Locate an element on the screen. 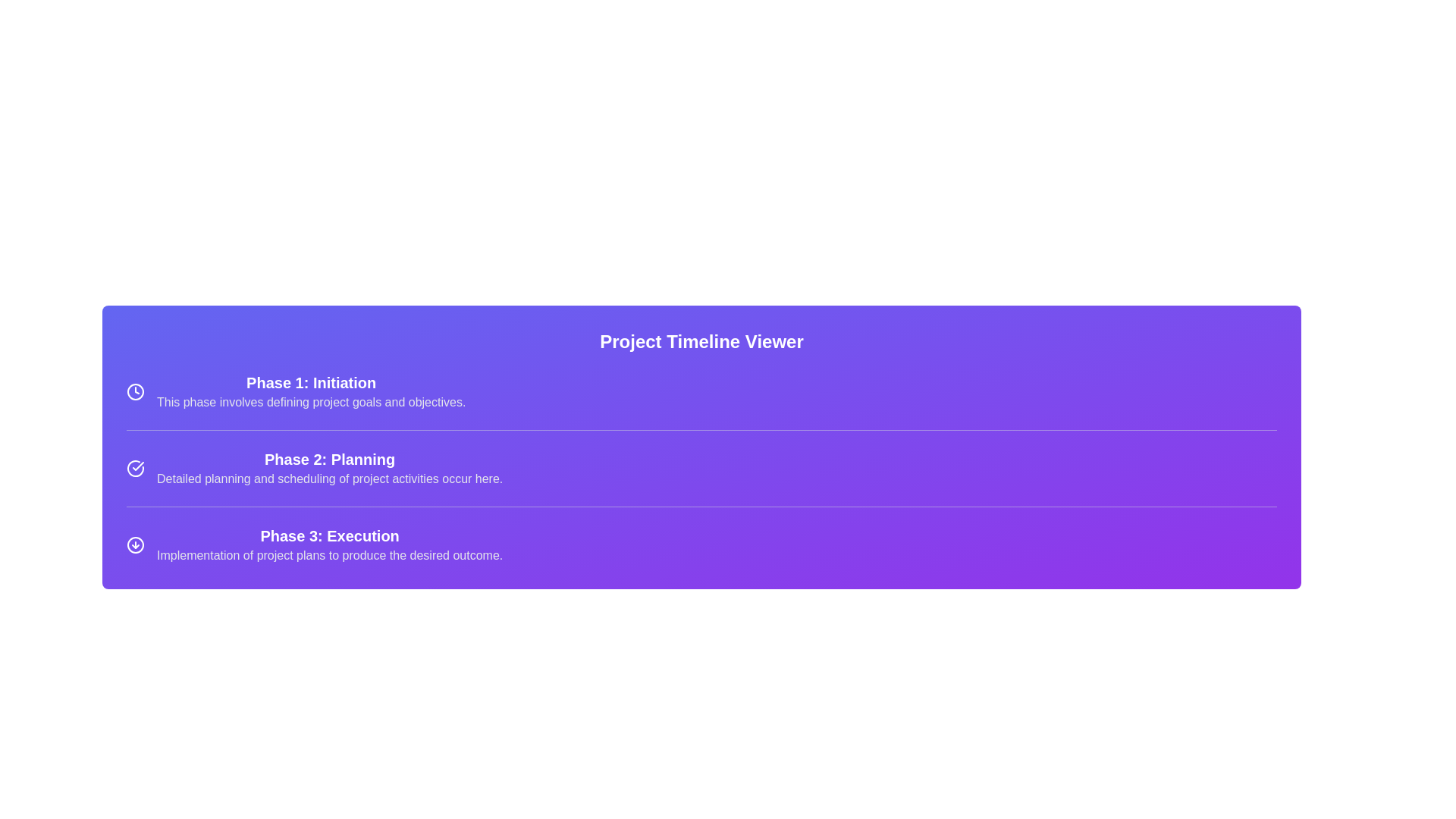 This screenshot has height=819, width=1456. information contained in the informational block detailing the planning stage of the project, which is positioned between 'Phase 1: Initiation' and 'Phase 3: Execution' is located at coordinates (329, 467).